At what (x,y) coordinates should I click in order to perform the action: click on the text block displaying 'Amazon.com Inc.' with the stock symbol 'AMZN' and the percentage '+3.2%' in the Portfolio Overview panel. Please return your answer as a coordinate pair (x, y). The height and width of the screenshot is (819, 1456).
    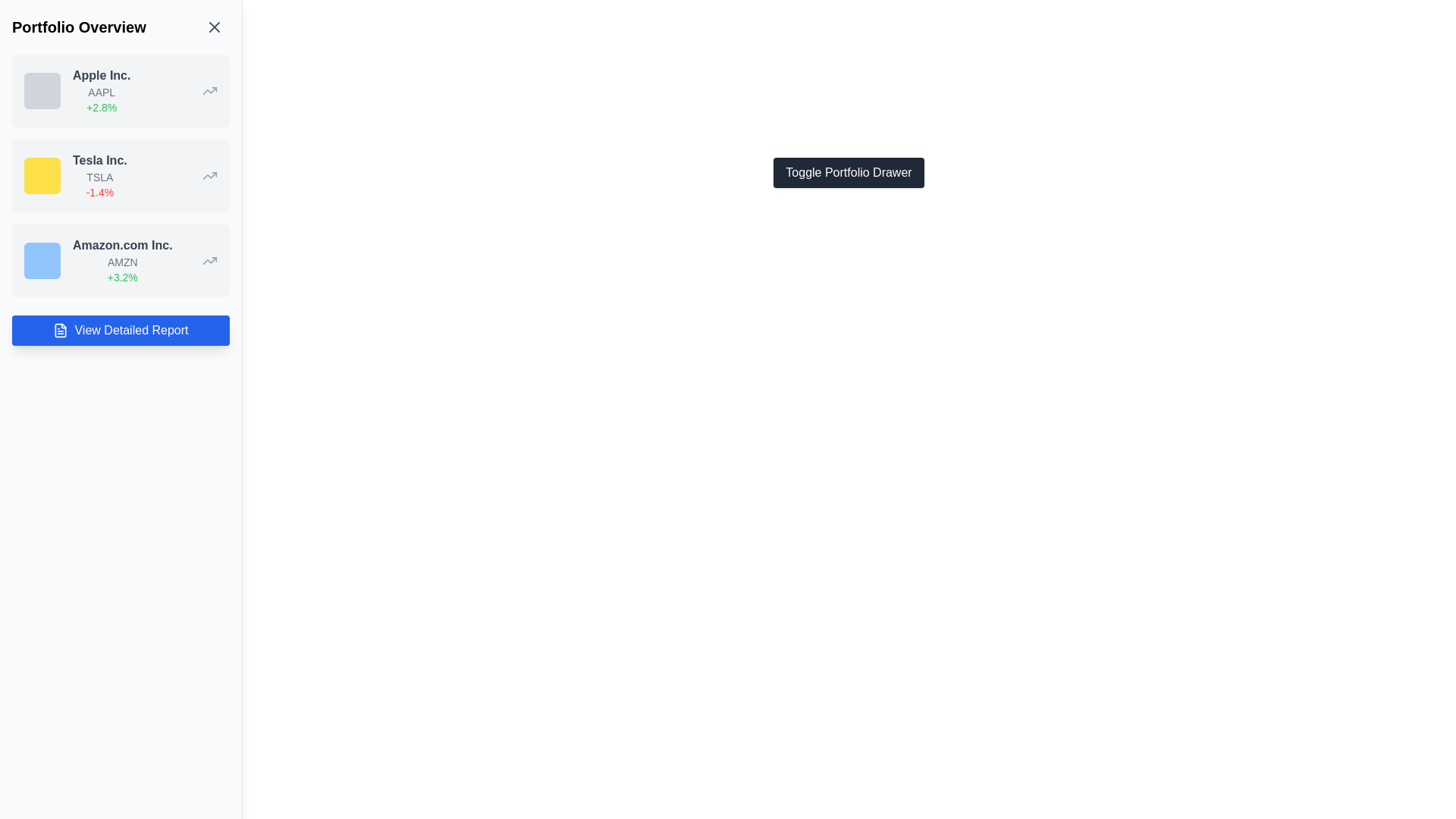
    Looking at the image, I should click on (122, 259).